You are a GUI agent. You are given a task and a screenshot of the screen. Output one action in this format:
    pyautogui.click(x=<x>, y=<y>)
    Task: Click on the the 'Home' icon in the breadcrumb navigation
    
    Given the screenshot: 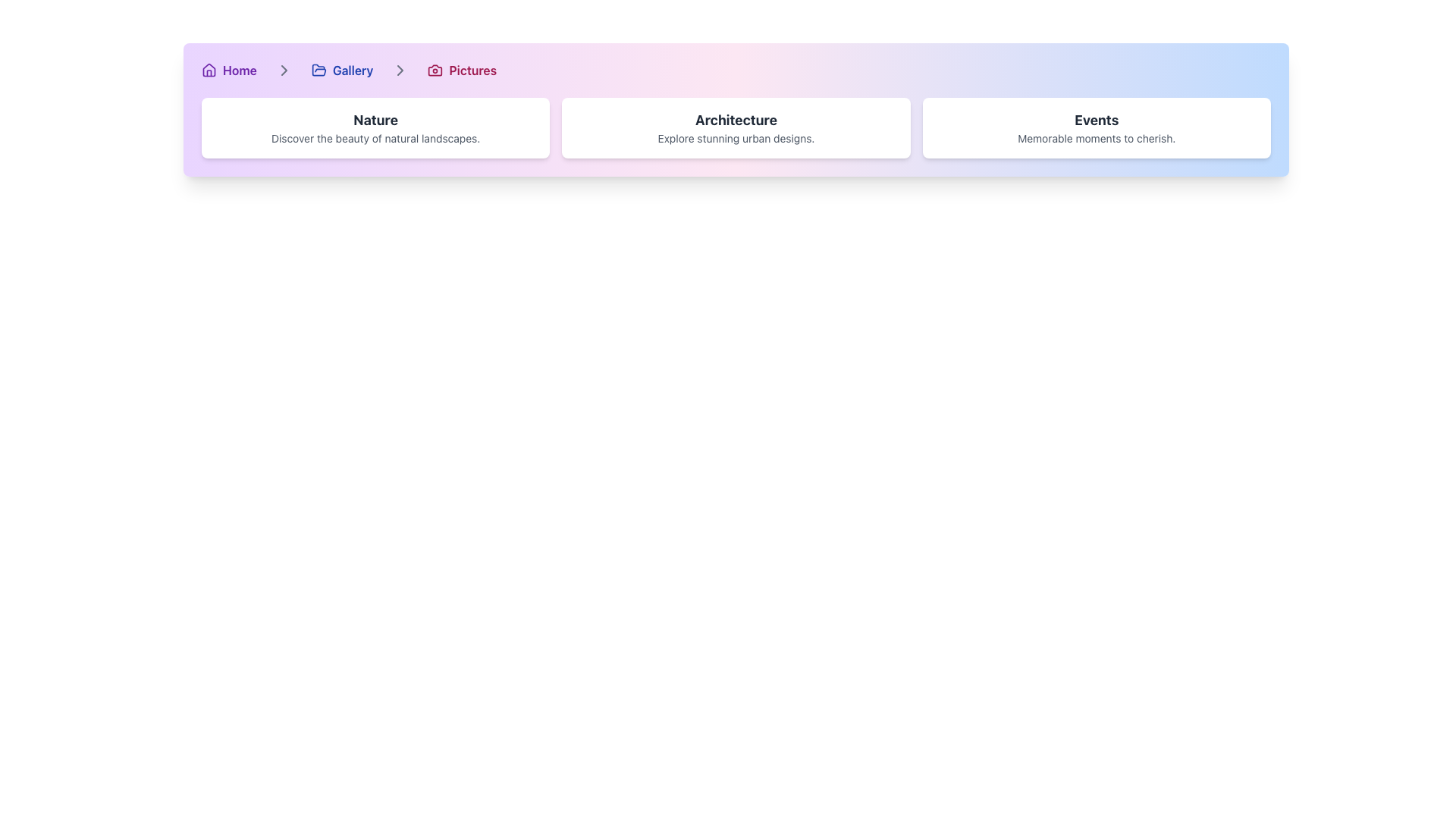 What is the action you would take?
    pyautogui.click(x=208, y=70)
    